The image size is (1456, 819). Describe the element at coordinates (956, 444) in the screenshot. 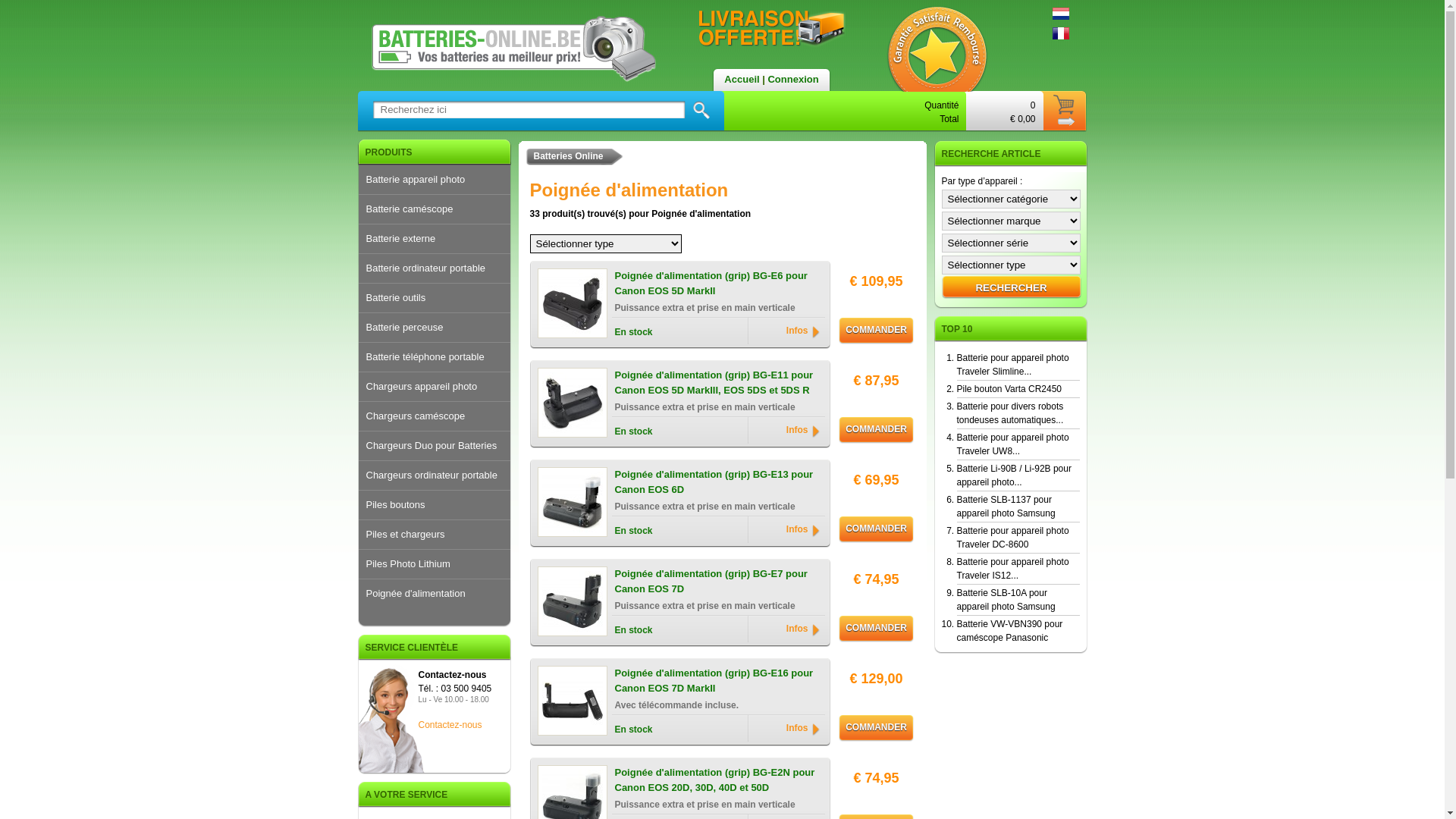

I see `'Batterie pour appareil photo Traveler UW8...'` at that location.